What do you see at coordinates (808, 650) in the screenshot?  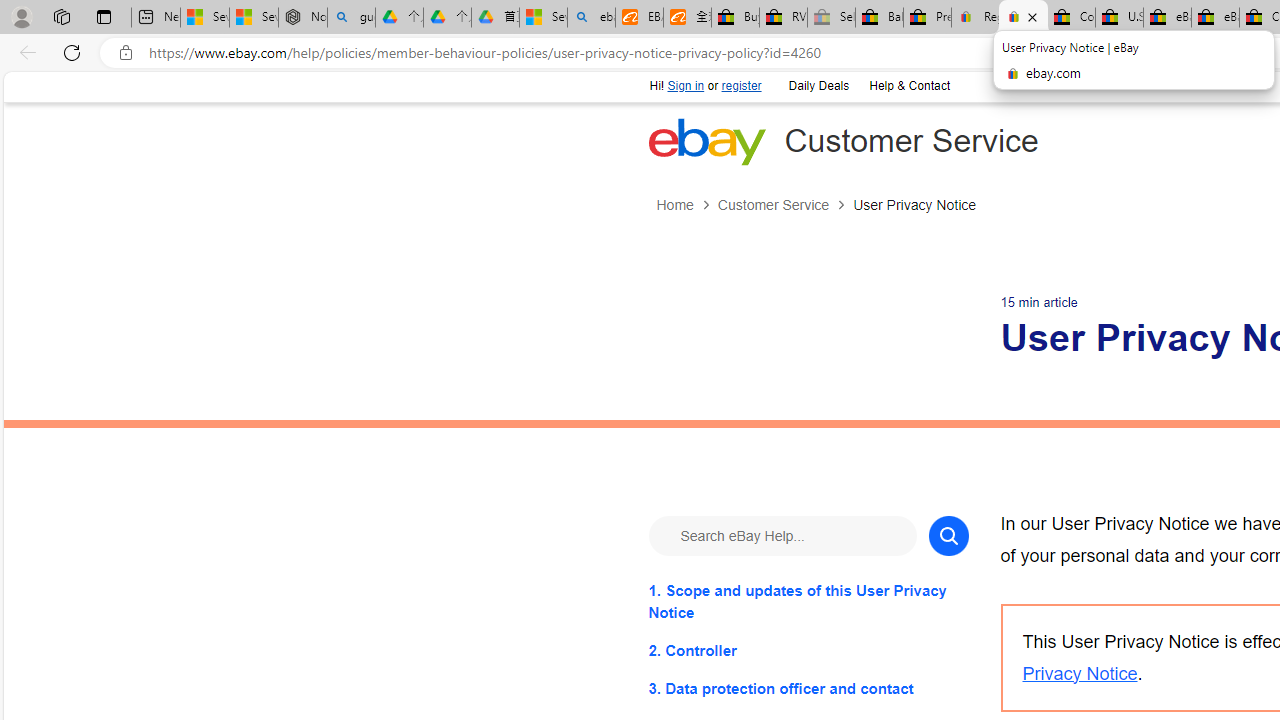 I see `'2. Controller'` at bounding box center [808, 650].